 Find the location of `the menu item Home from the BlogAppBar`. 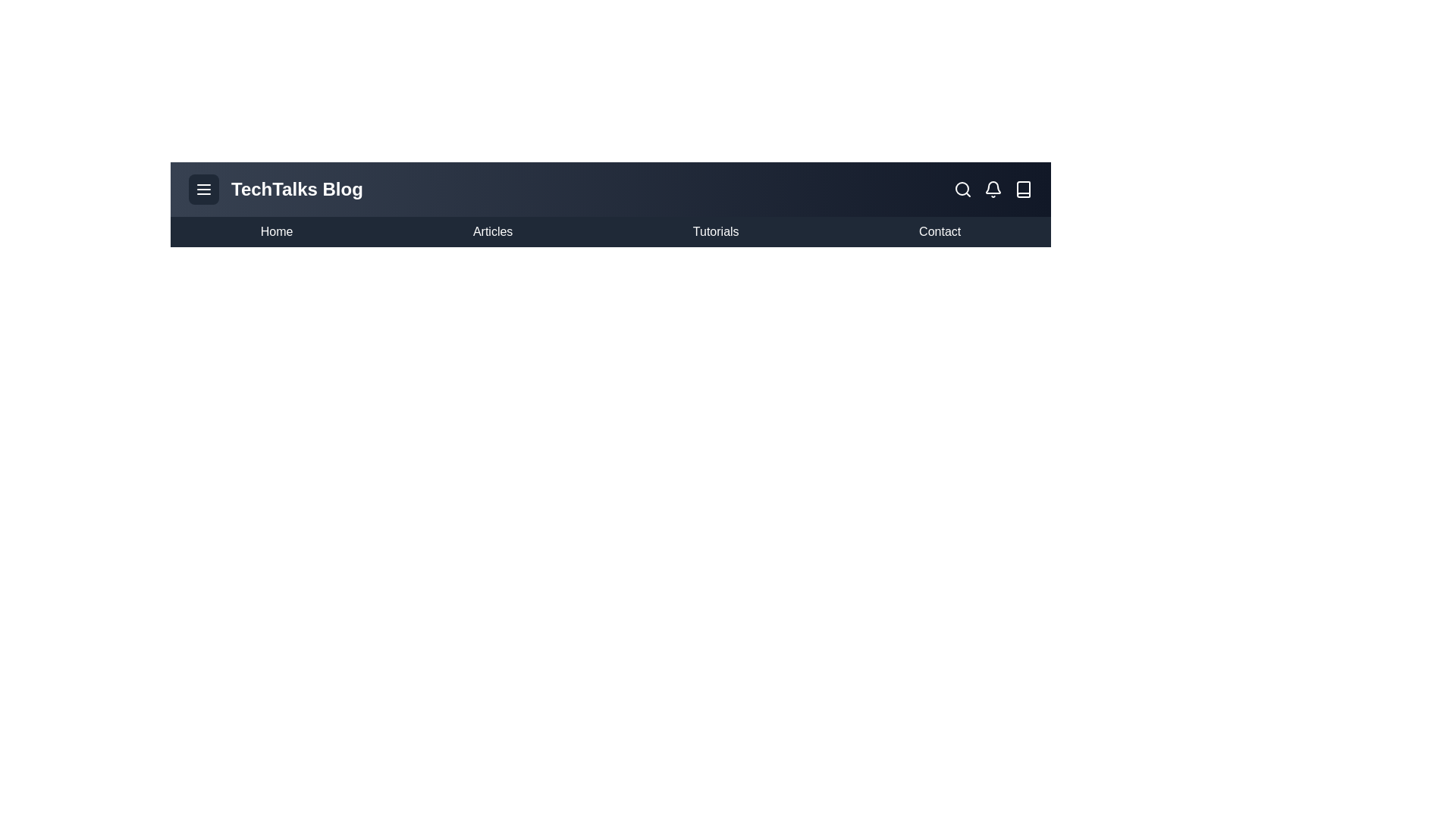

the menu item Home from the BlogAppBar is located at coordinates (276, 231).